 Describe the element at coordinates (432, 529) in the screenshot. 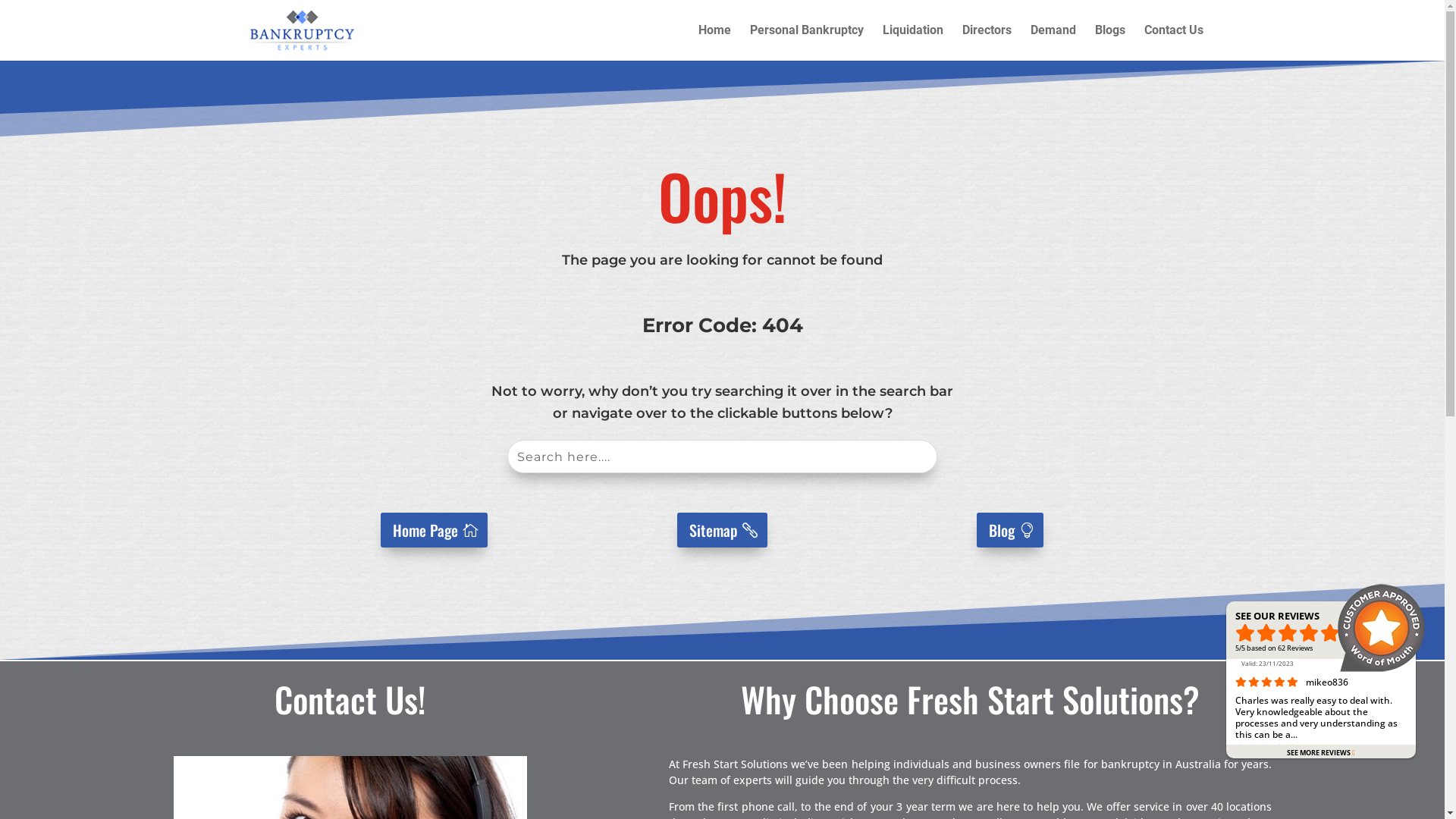

I see `'Home Page'` at that location.